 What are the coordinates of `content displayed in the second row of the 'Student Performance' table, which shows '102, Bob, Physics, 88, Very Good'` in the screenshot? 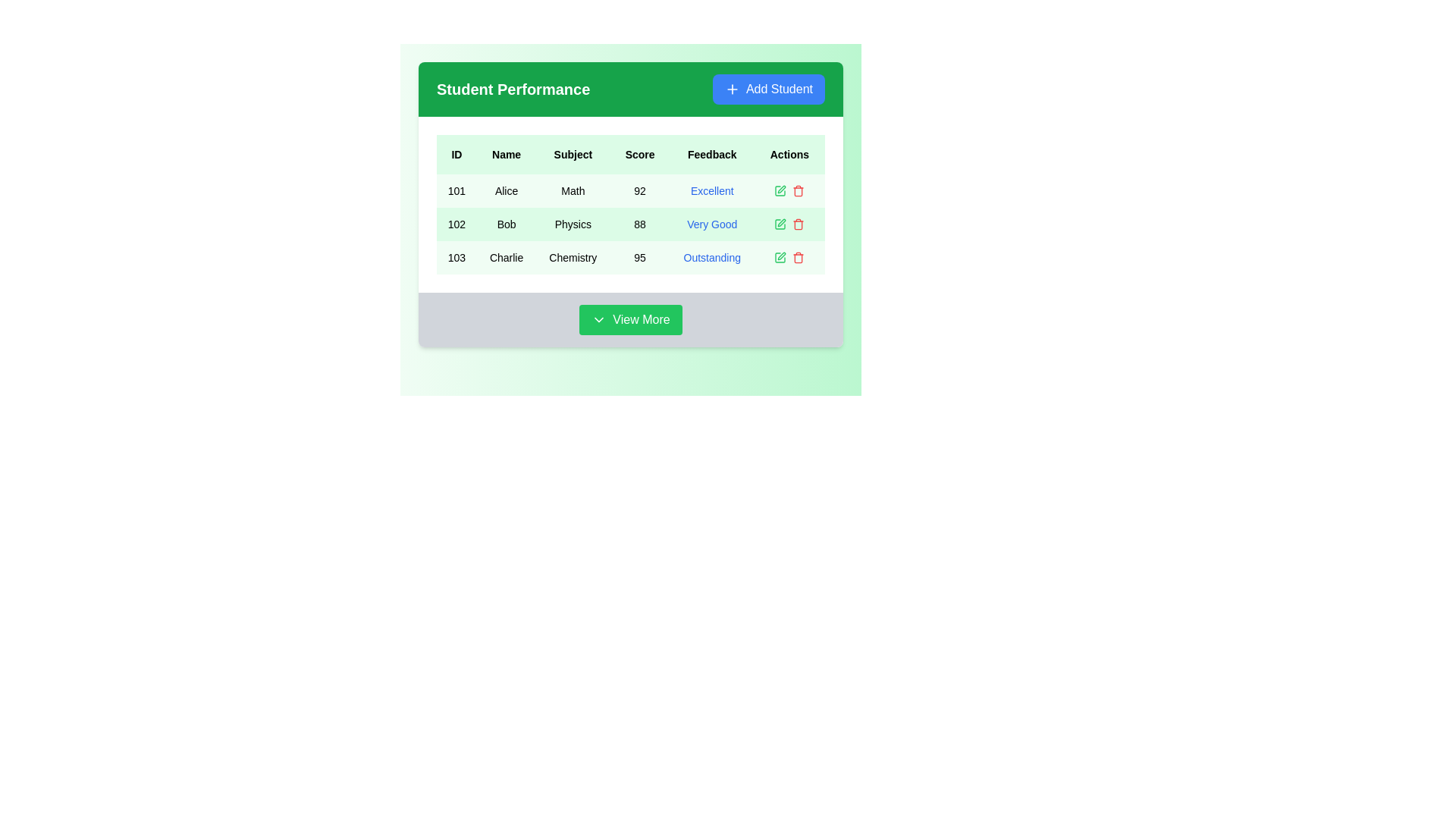 It's located at (630, 224).